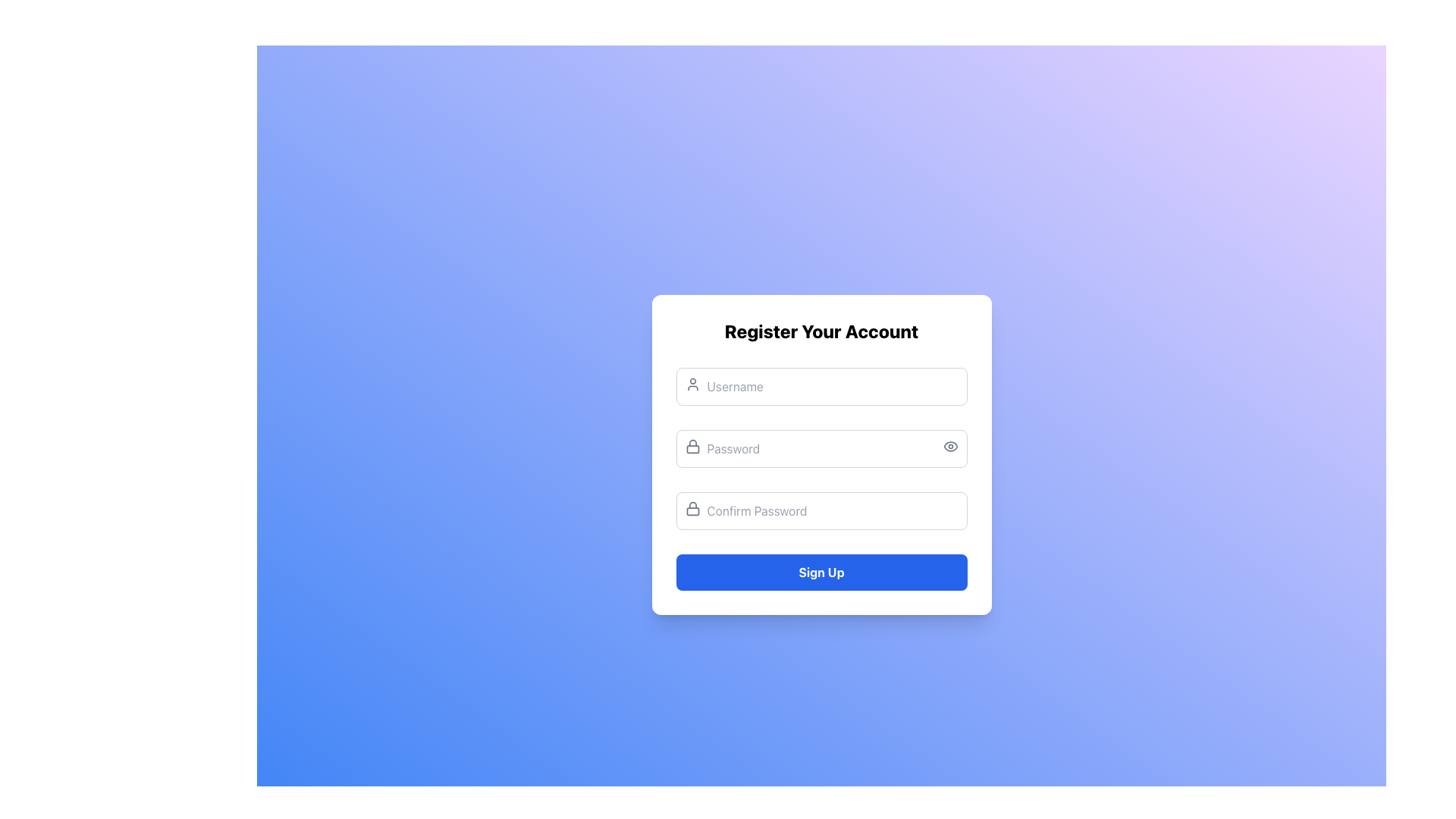 The width and height of the screenshot is (1456, 819). I want to click on the outer elliptical shell of the eye icon located inside the password field on the registration form, so click(949, 446).